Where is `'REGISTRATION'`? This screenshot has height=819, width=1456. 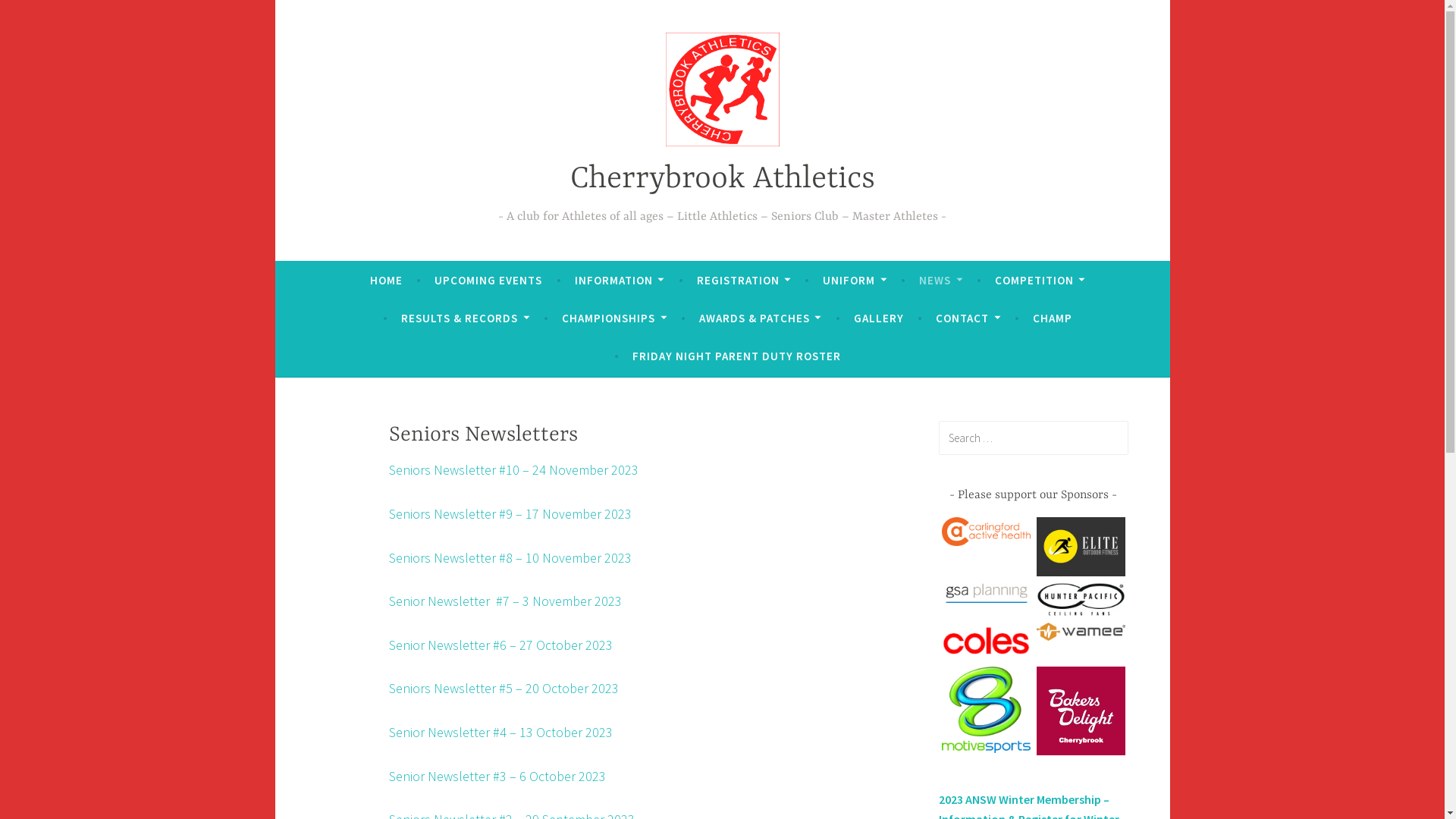 'REGISTRATION' is located at coordinates (695, 281).